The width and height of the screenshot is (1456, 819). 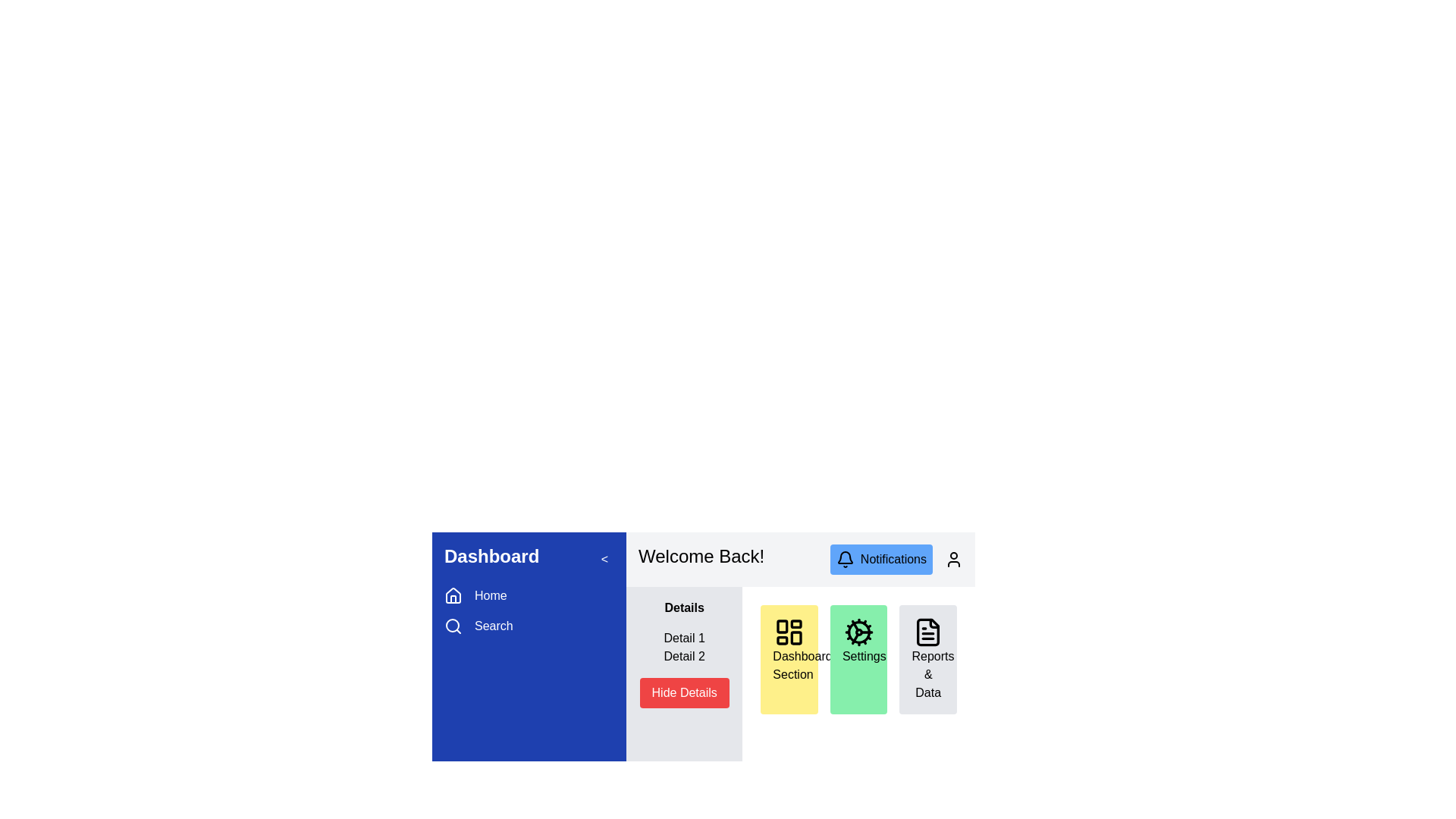 What do you see at coordinates (927, 632) in the screenshot?
I see `the document icon, which is a minimalist vector graphic with a rectangular outline and three horizontal lines inside, located within the 'Reports & Data' card in the bottom-right corner of the grouped cards under 'Welcome Back!'` at bounding box center [927, 632].